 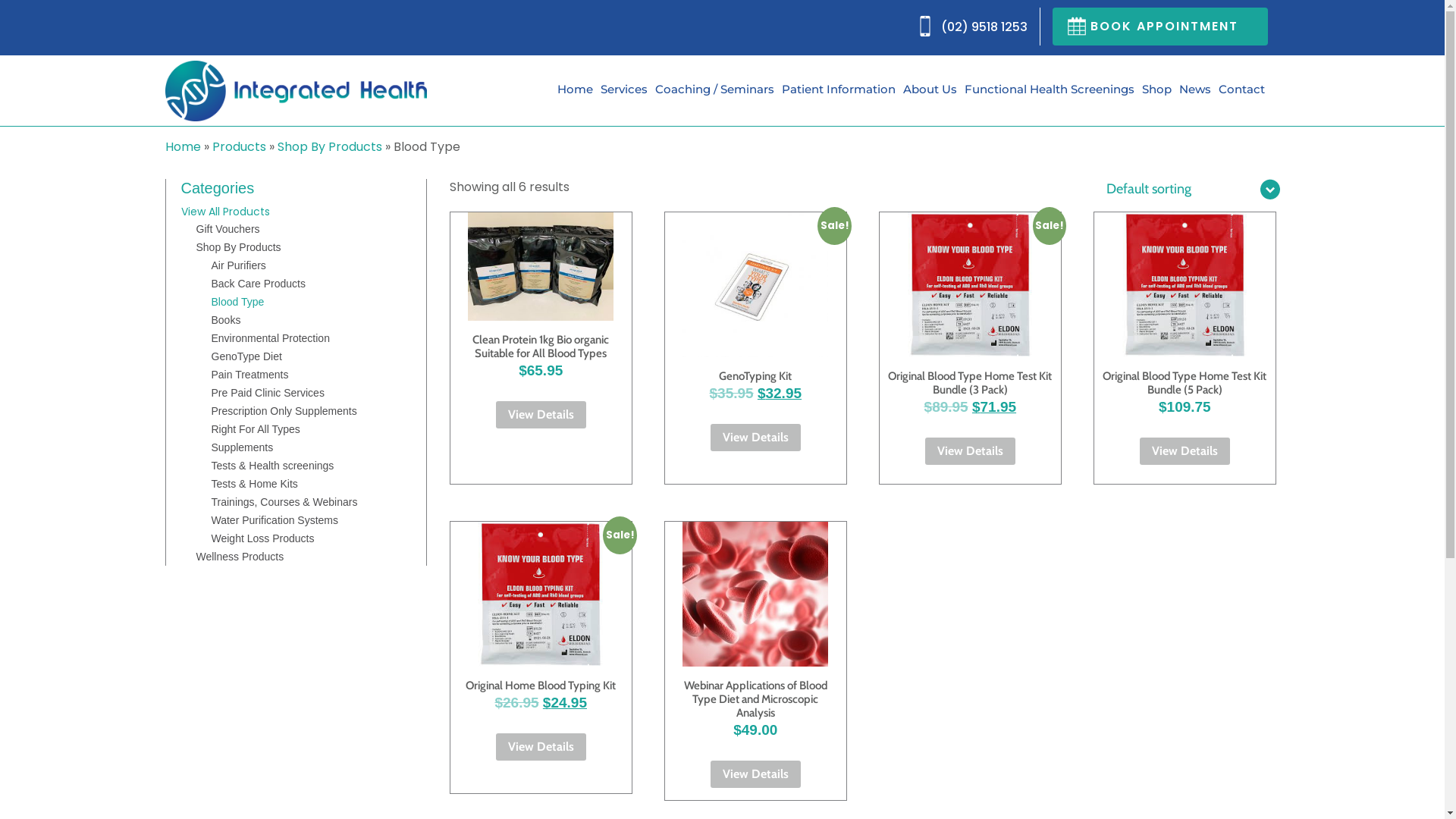 What do you see at coordinates (600, 89) in the screenshot?
I see `'Services'` at bounding box center [600, 89].